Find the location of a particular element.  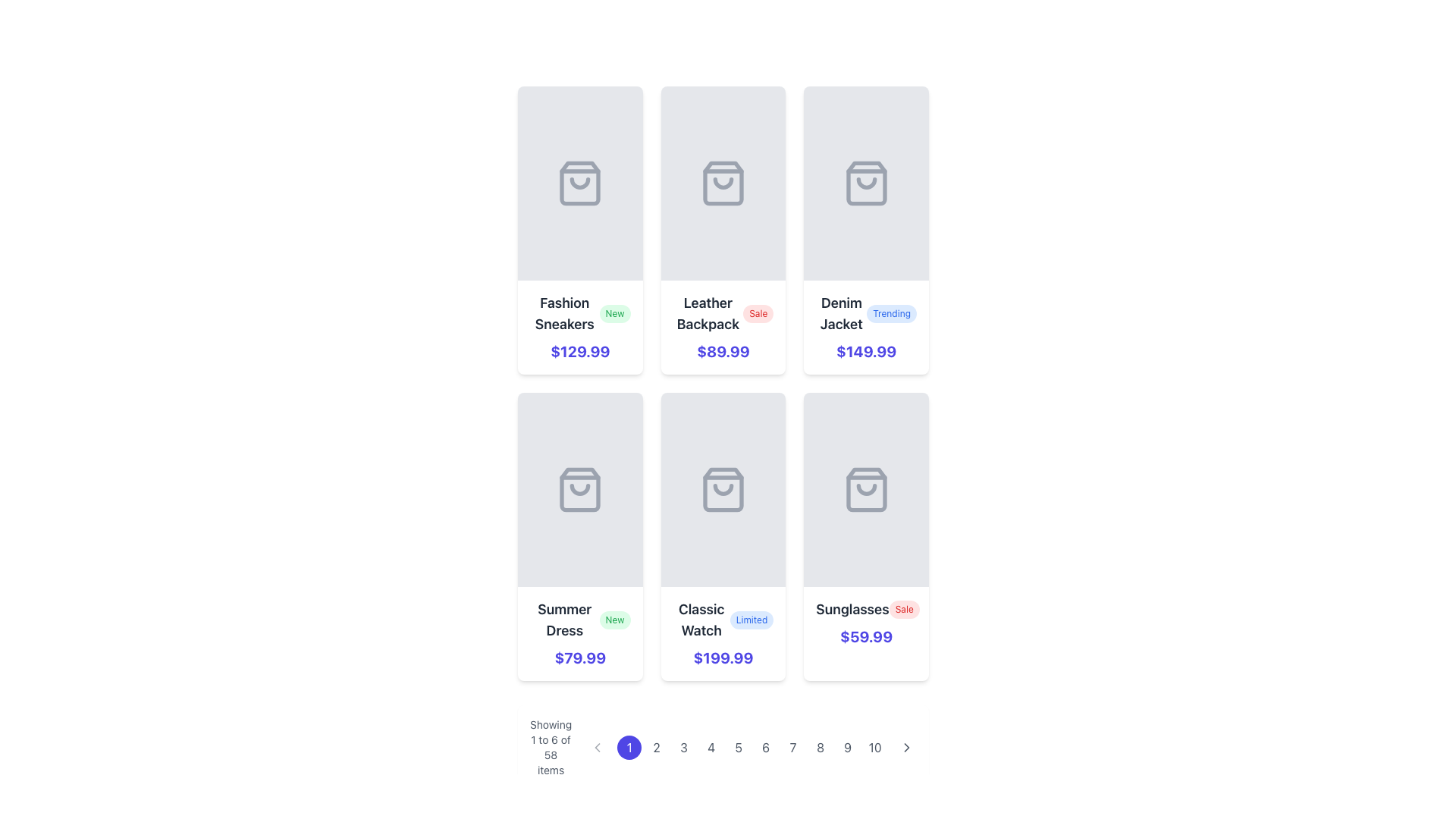

the pagination button labeled '9' is located at coordinates (847, 747).